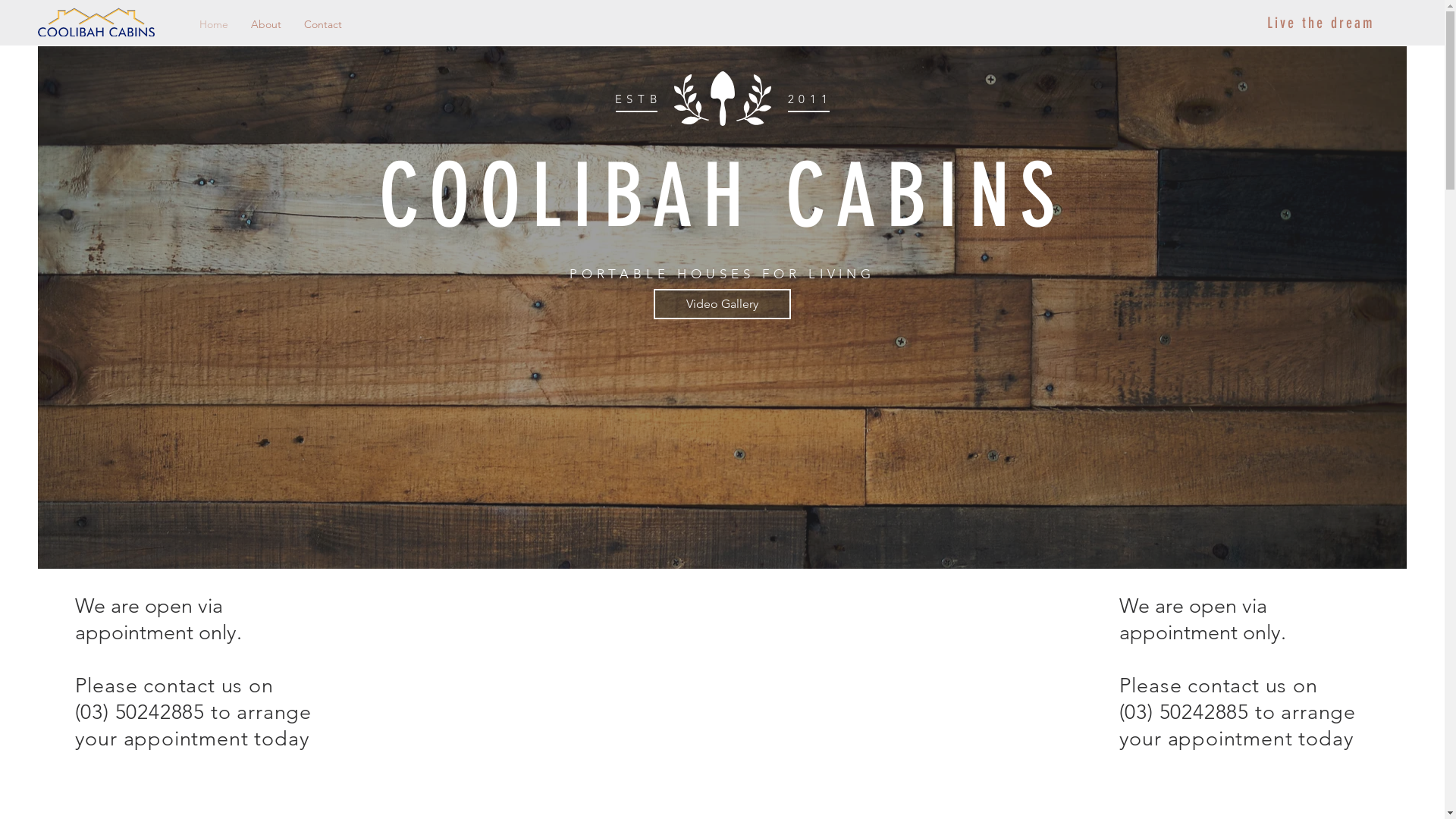  Describe the element at coordinates (322, 24) in the screenshot. I see `'Contact'` at that location.